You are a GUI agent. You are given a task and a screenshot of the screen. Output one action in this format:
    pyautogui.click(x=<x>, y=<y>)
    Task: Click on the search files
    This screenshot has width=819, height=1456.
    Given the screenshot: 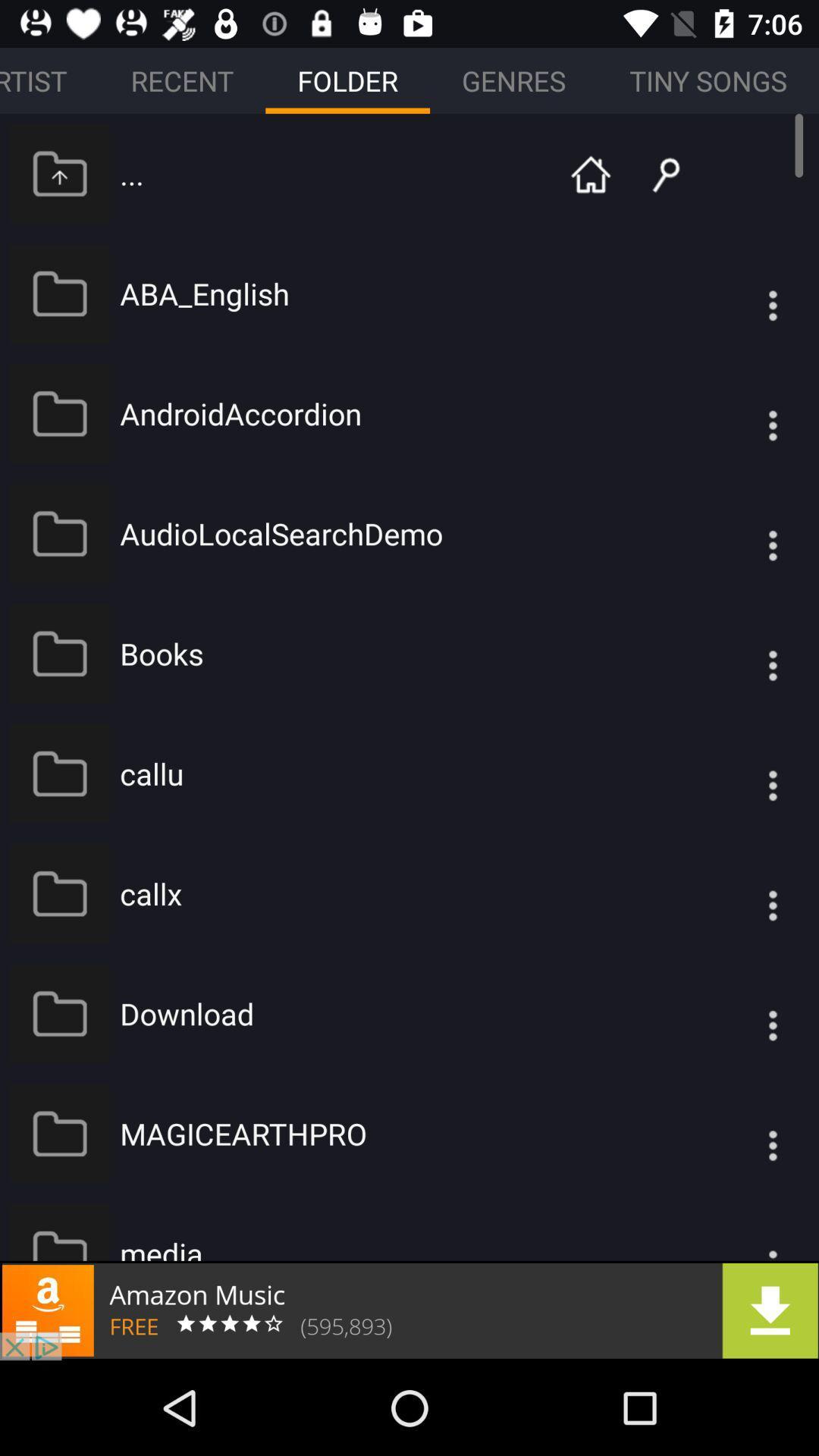 What is the action you would take?
    pyautogui.click(x=654, y=173)
    